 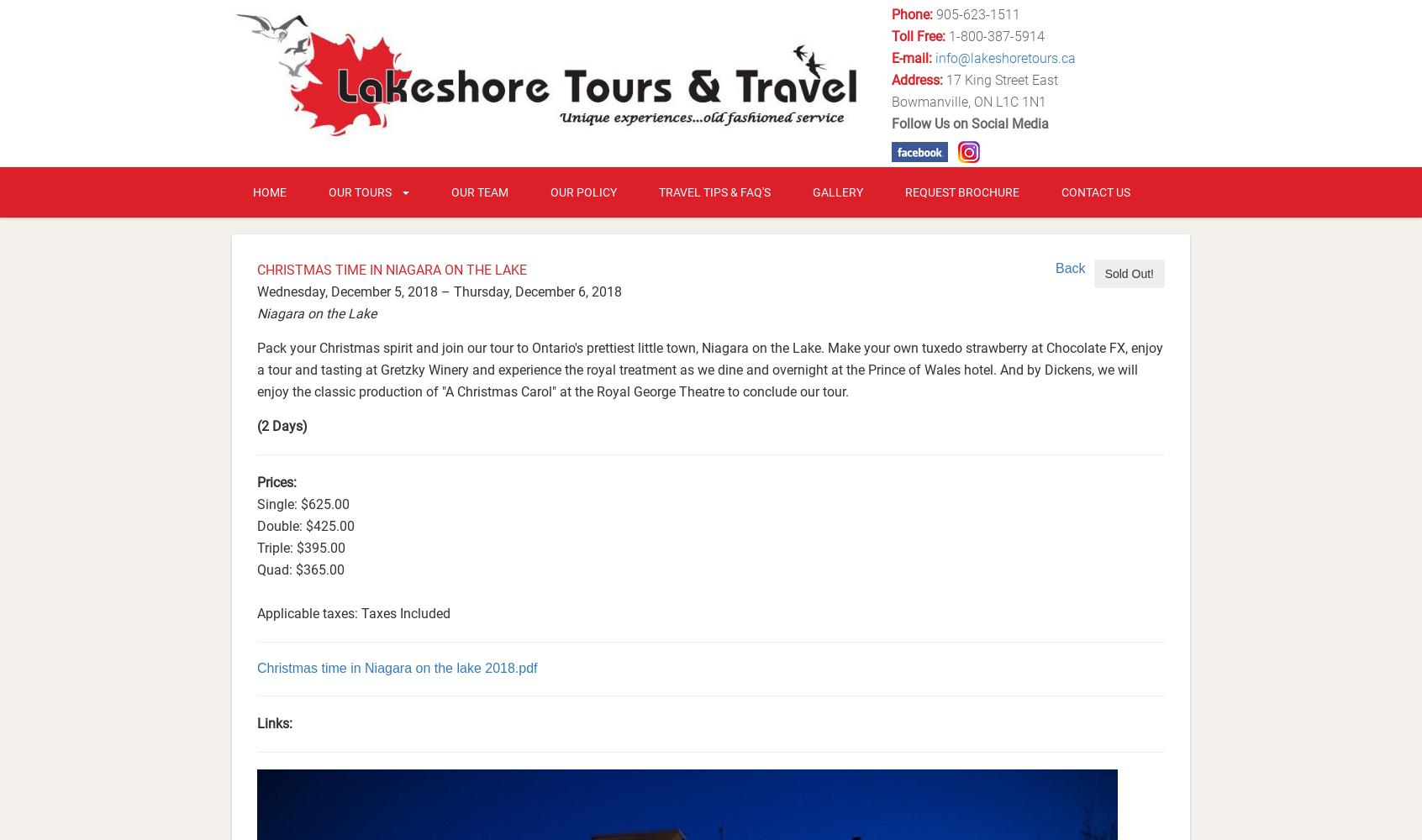 What do you see at coordinates (550, 191) in the screenshot?
I see `'Our Policy'` at bounding box center [550, 191].